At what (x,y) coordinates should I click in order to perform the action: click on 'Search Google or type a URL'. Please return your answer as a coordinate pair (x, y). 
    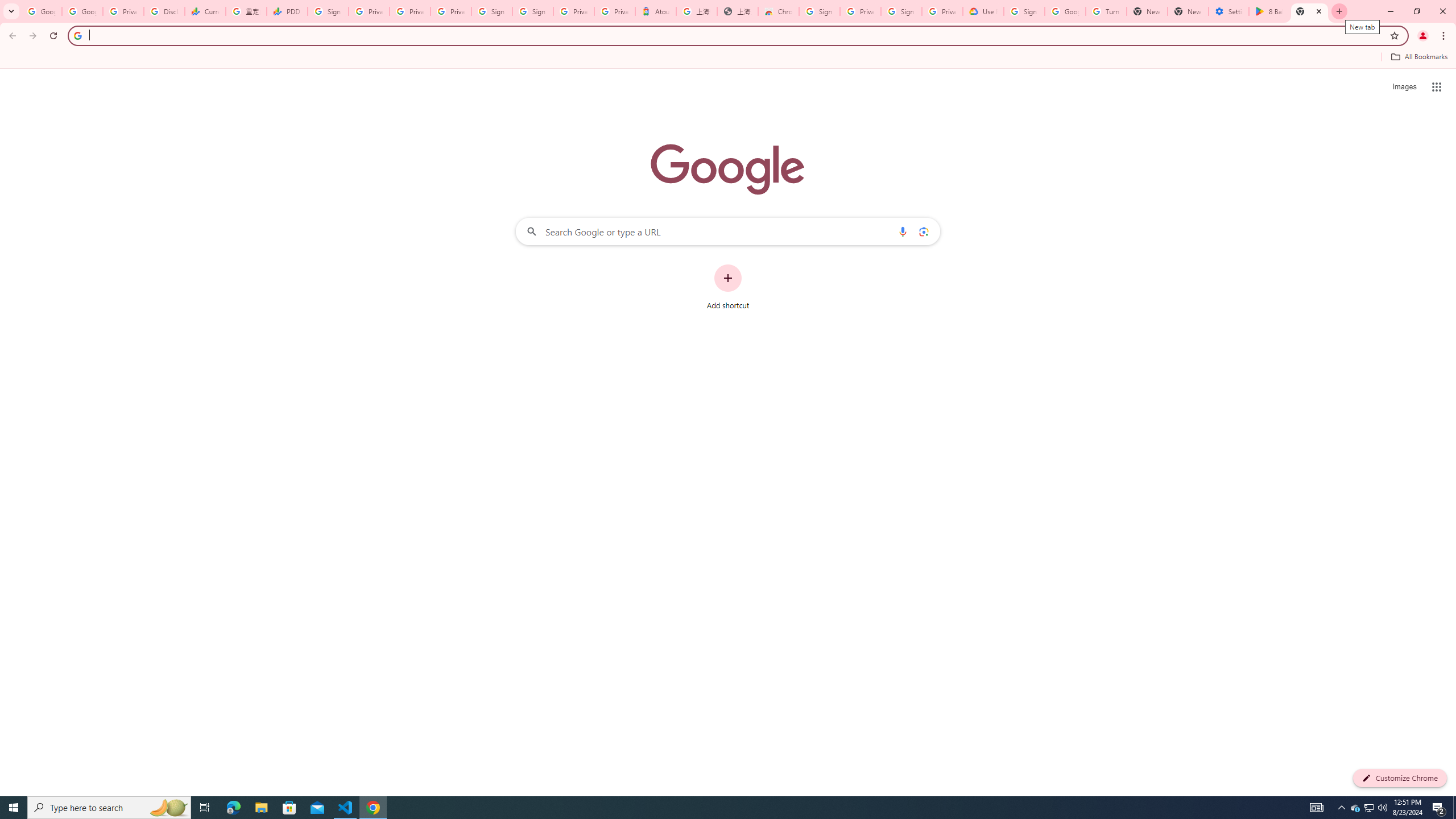
    Looking at the image, I should click on (728, 230).